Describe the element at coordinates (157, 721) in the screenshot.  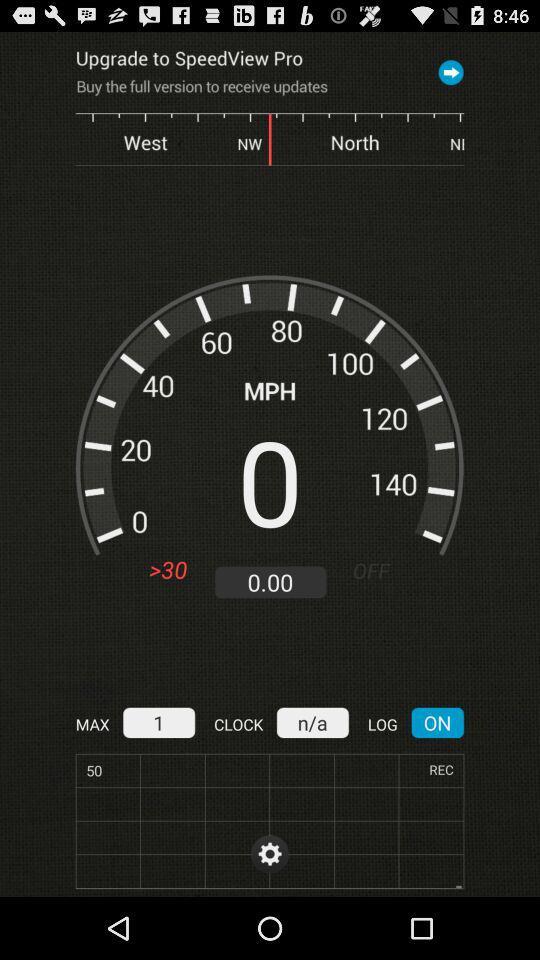
I see `the app below >30 icon` at that location.